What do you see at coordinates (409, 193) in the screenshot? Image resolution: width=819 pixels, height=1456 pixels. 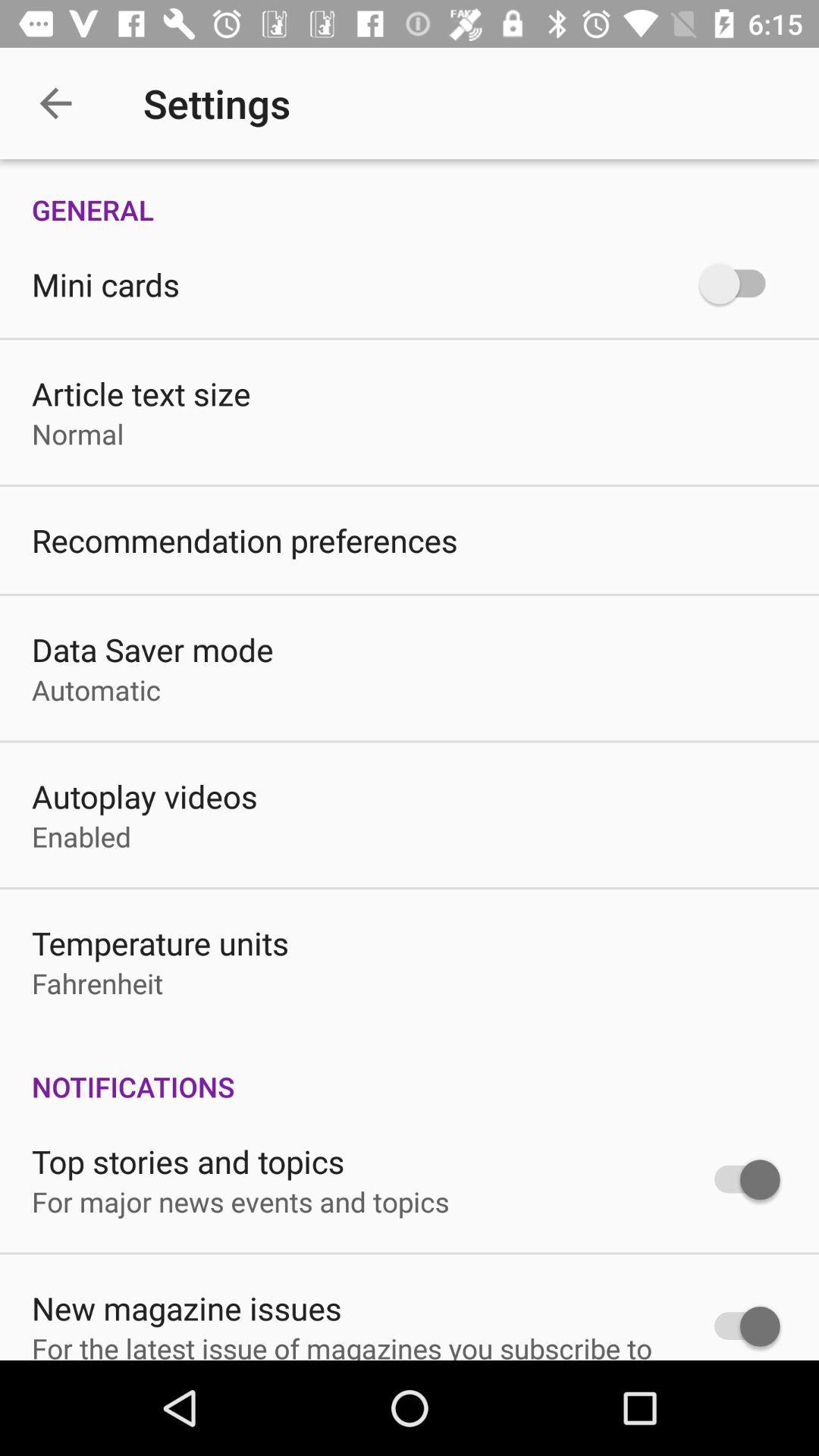 I see `the general icon` at bounding box center [409, 193].